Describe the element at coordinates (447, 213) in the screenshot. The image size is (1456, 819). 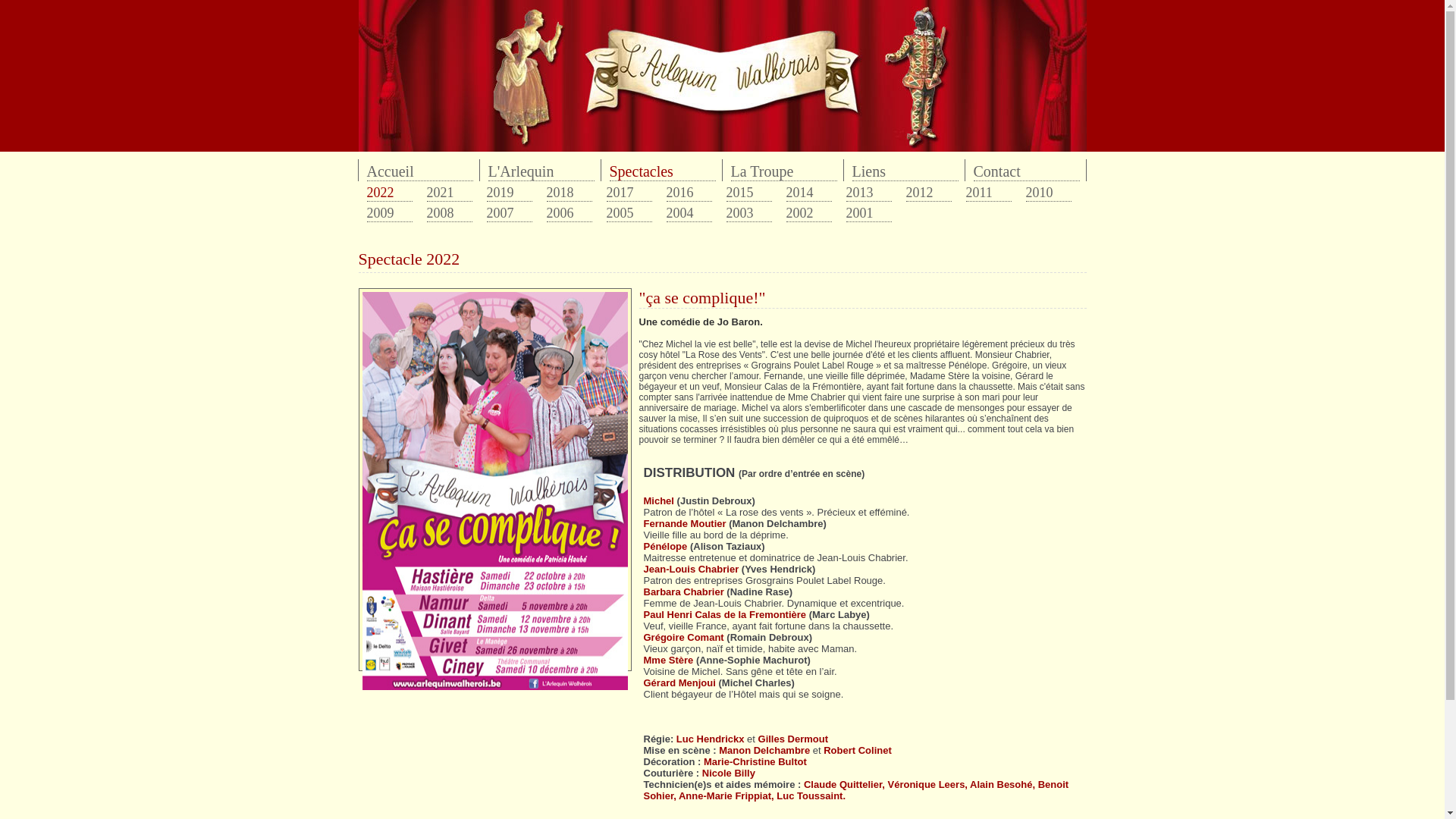
I see `'2008'` at that location.